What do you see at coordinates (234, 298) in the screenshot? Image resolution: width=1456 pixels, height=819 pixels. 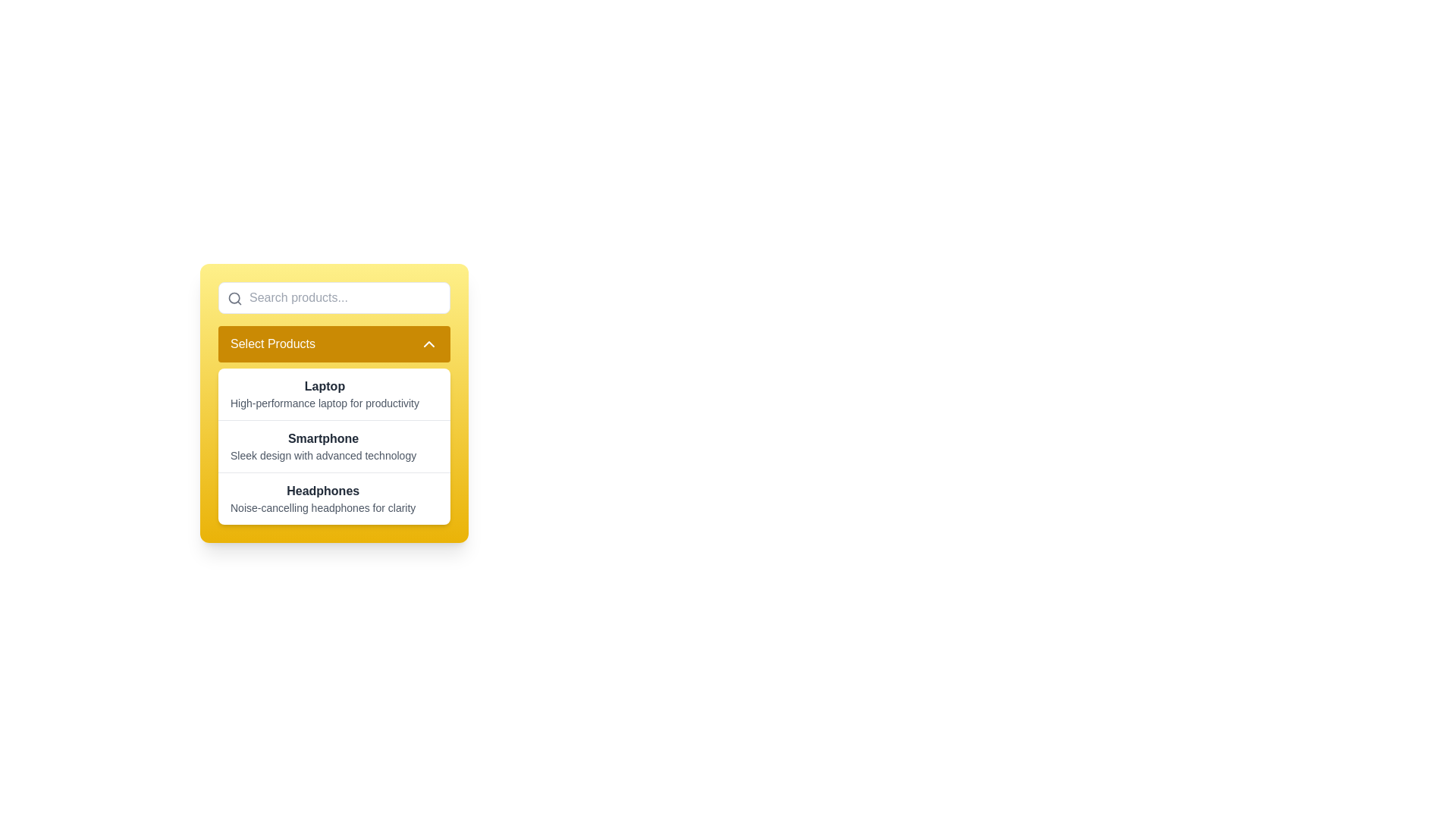 I see `the SVG Circle that is part of the search icon located at the top left corner of the search input field` at bounding box center [234, 298].